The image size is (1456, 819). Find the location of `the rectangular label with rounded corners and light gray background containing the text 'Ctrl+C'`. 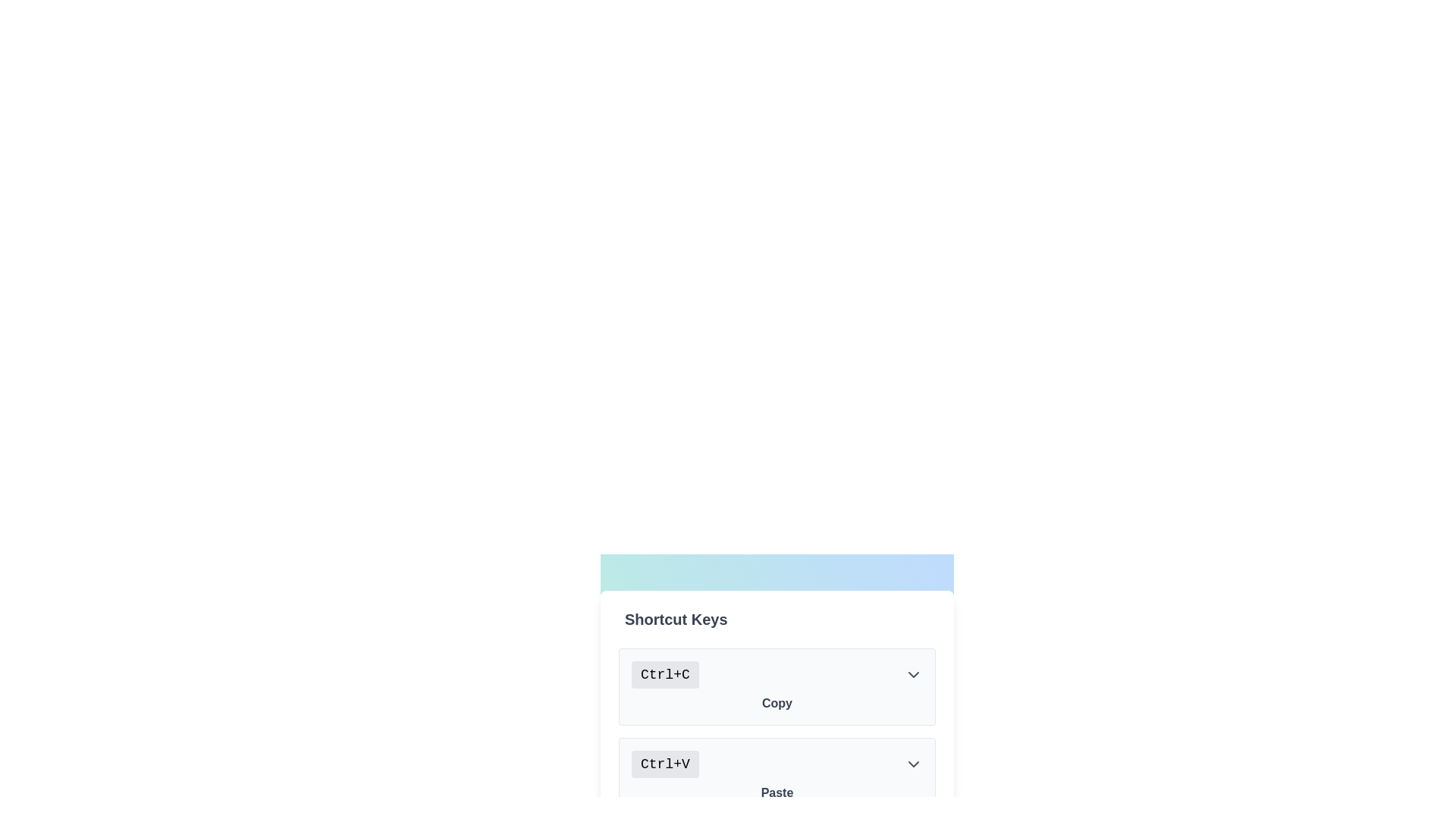

the rectangular label with rounded corners and light gray background containing the text 'Ctrl+C' is located at coordinates (665, 674).